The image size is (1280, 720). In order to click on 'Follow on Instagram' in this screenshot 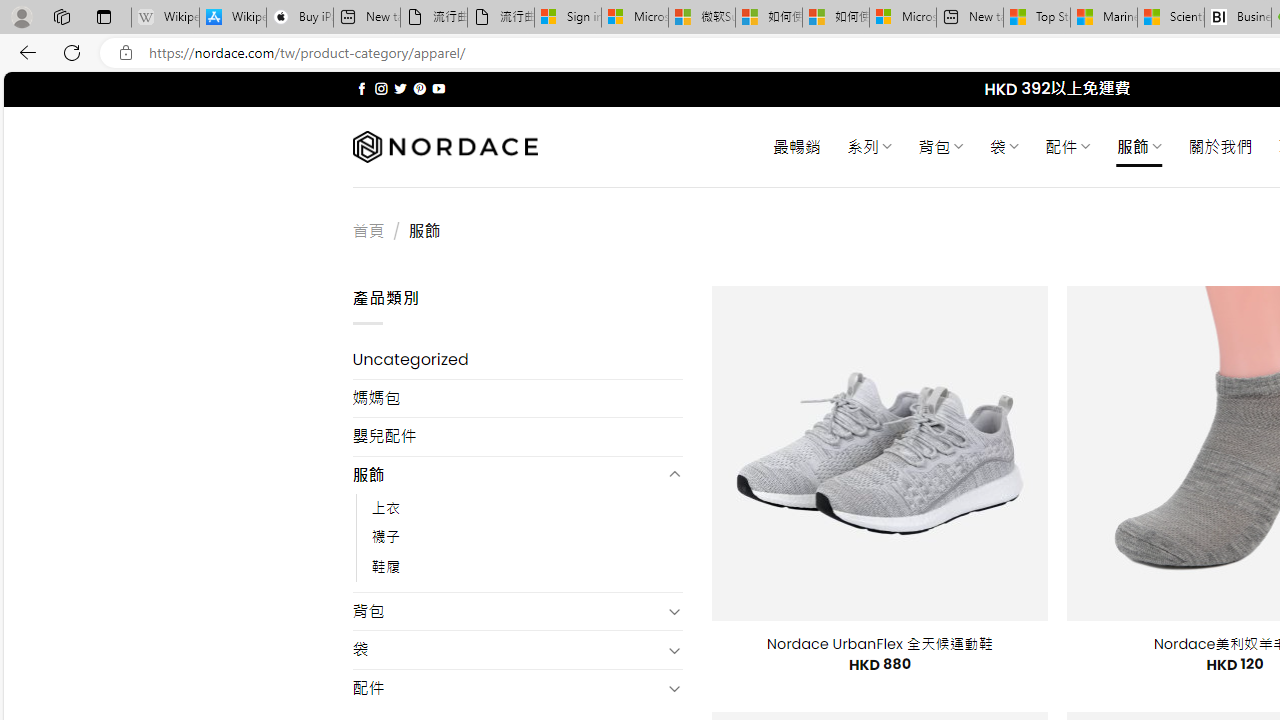, I will do `click(381, 88)`.